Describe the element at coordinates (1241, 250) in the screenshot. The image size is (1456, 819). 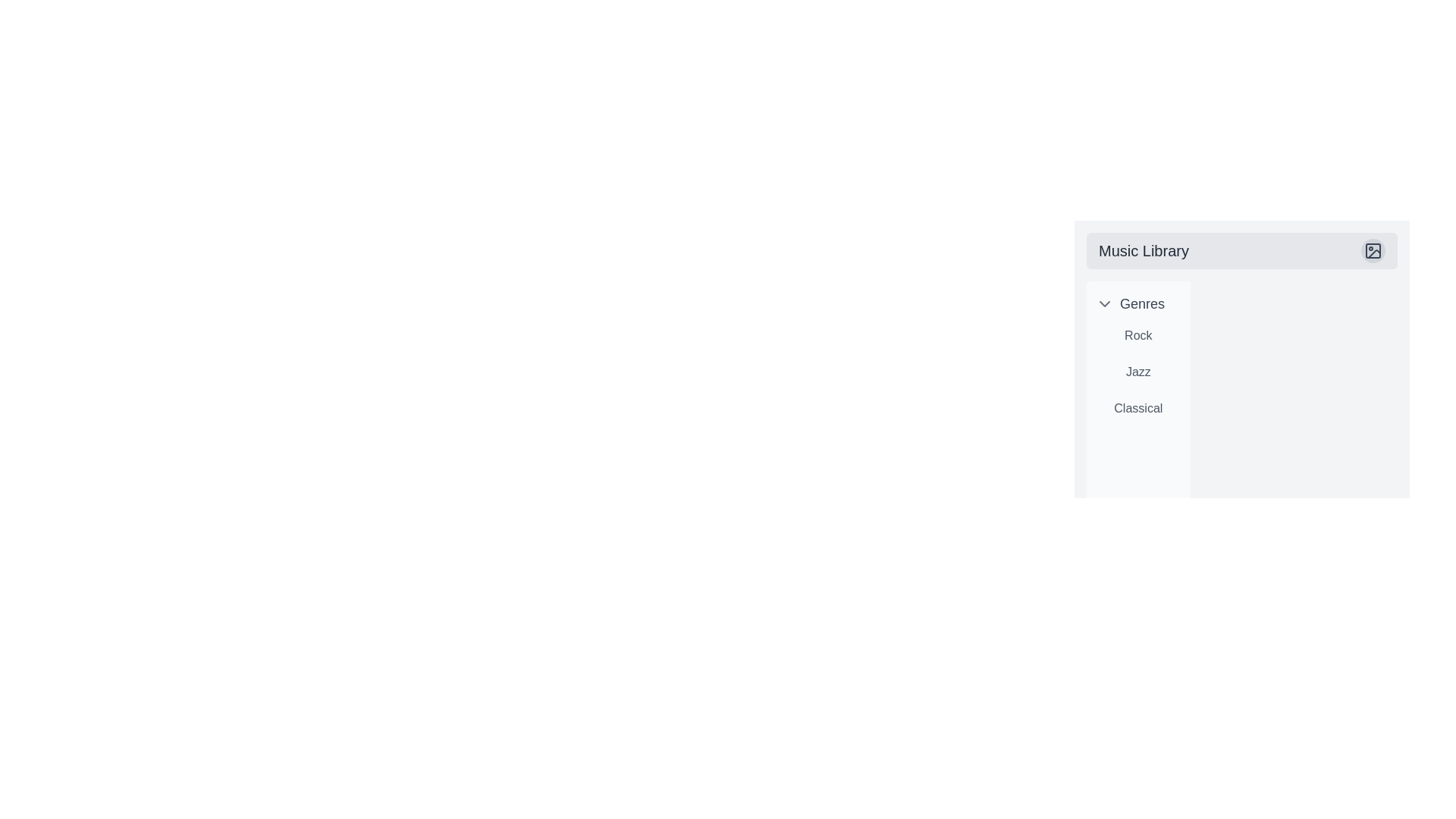
I see `the 'Music Library' text in the header element with a light gray background and a circular icon on the right` at that location.